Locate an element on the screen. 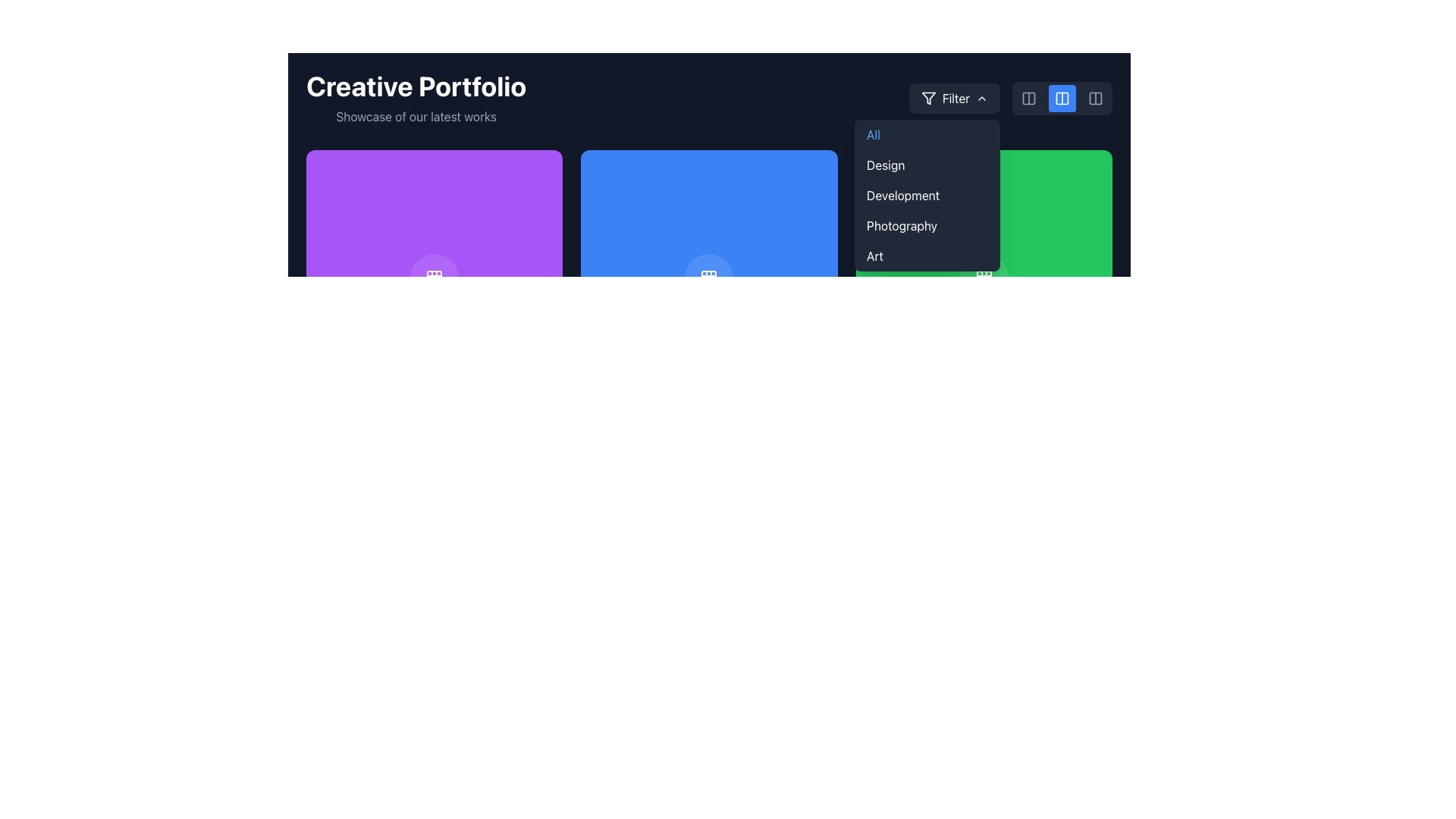 The height and width of the screenshot is (819, 1456). the button at the center of the purple card's bottom border is located at coordinates (434, 278).